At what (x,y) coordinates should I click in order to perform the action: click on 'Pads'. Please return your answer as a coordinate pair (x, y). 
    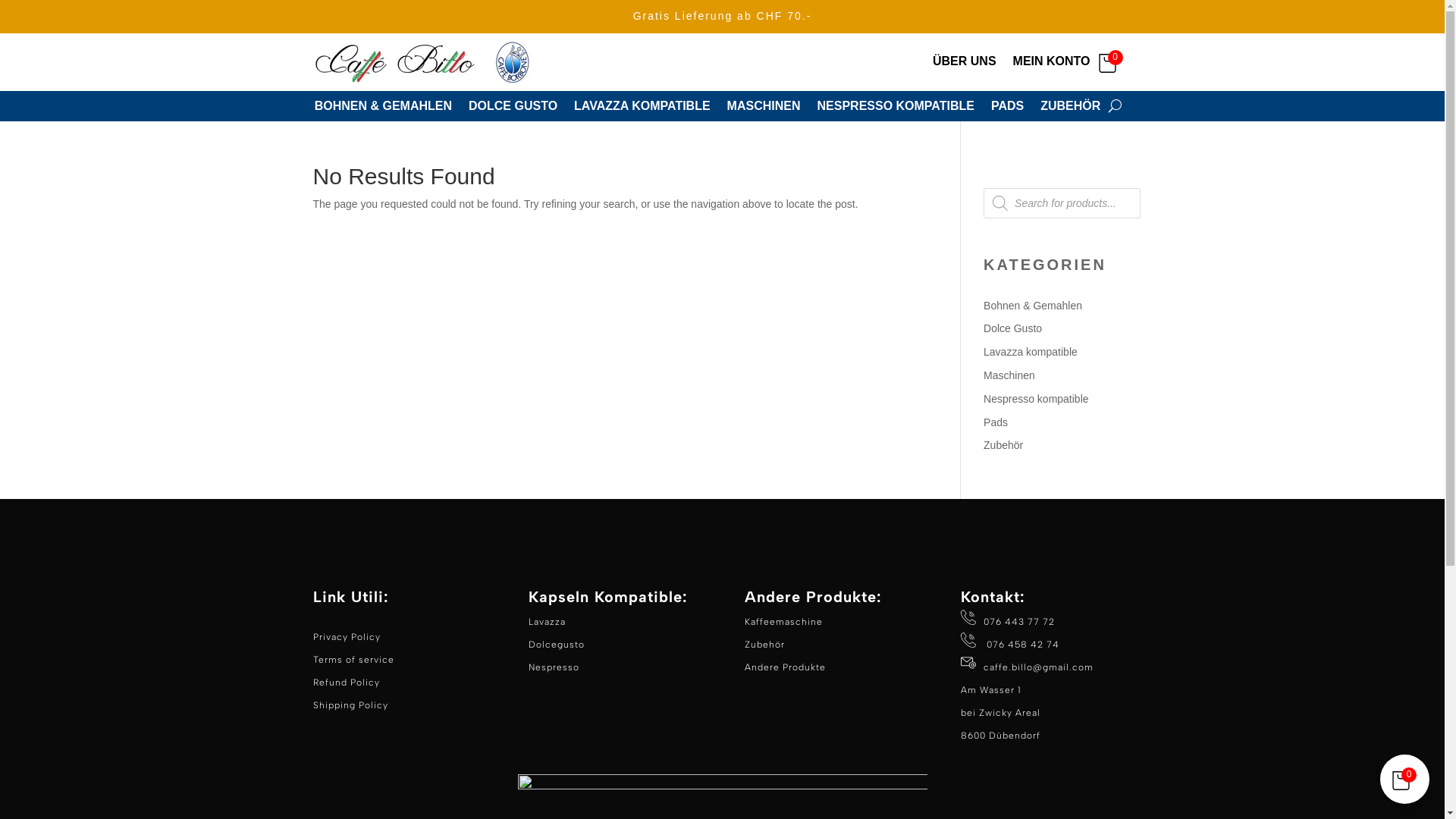
    Looking at the image, I should click on (996, 422).